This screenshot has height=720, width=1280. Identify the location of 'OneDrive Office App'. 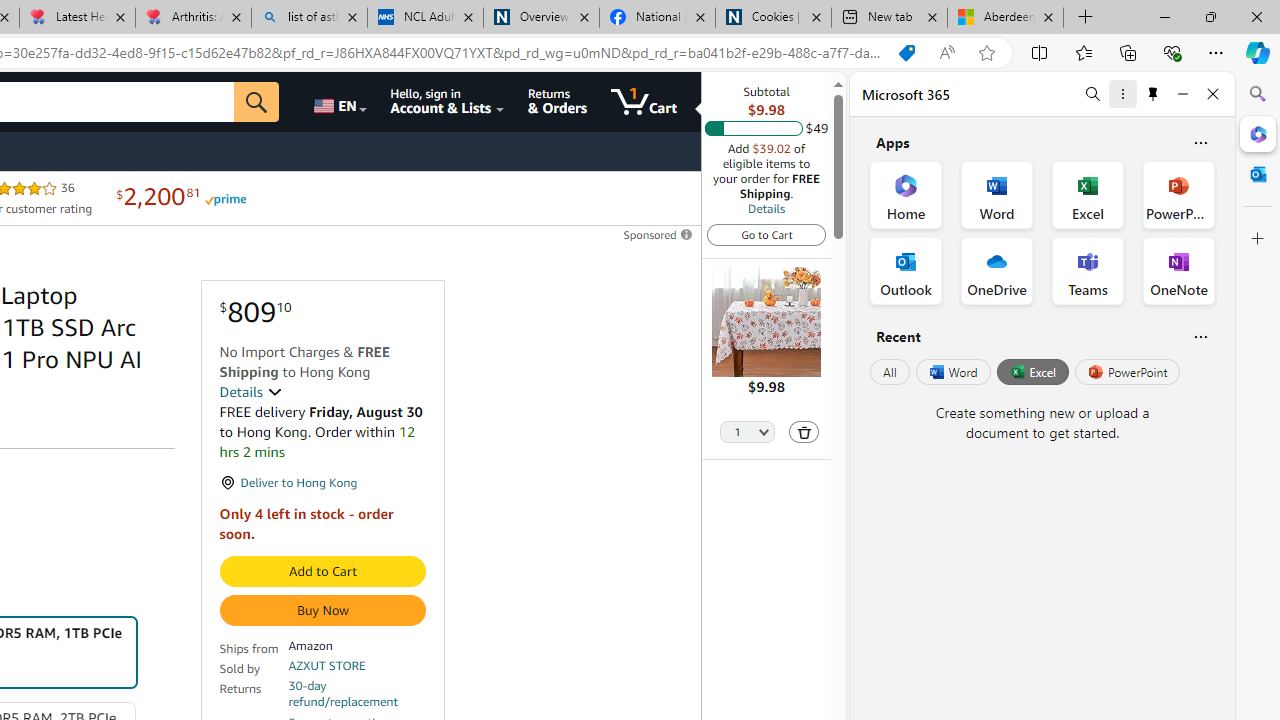
(997, 271).